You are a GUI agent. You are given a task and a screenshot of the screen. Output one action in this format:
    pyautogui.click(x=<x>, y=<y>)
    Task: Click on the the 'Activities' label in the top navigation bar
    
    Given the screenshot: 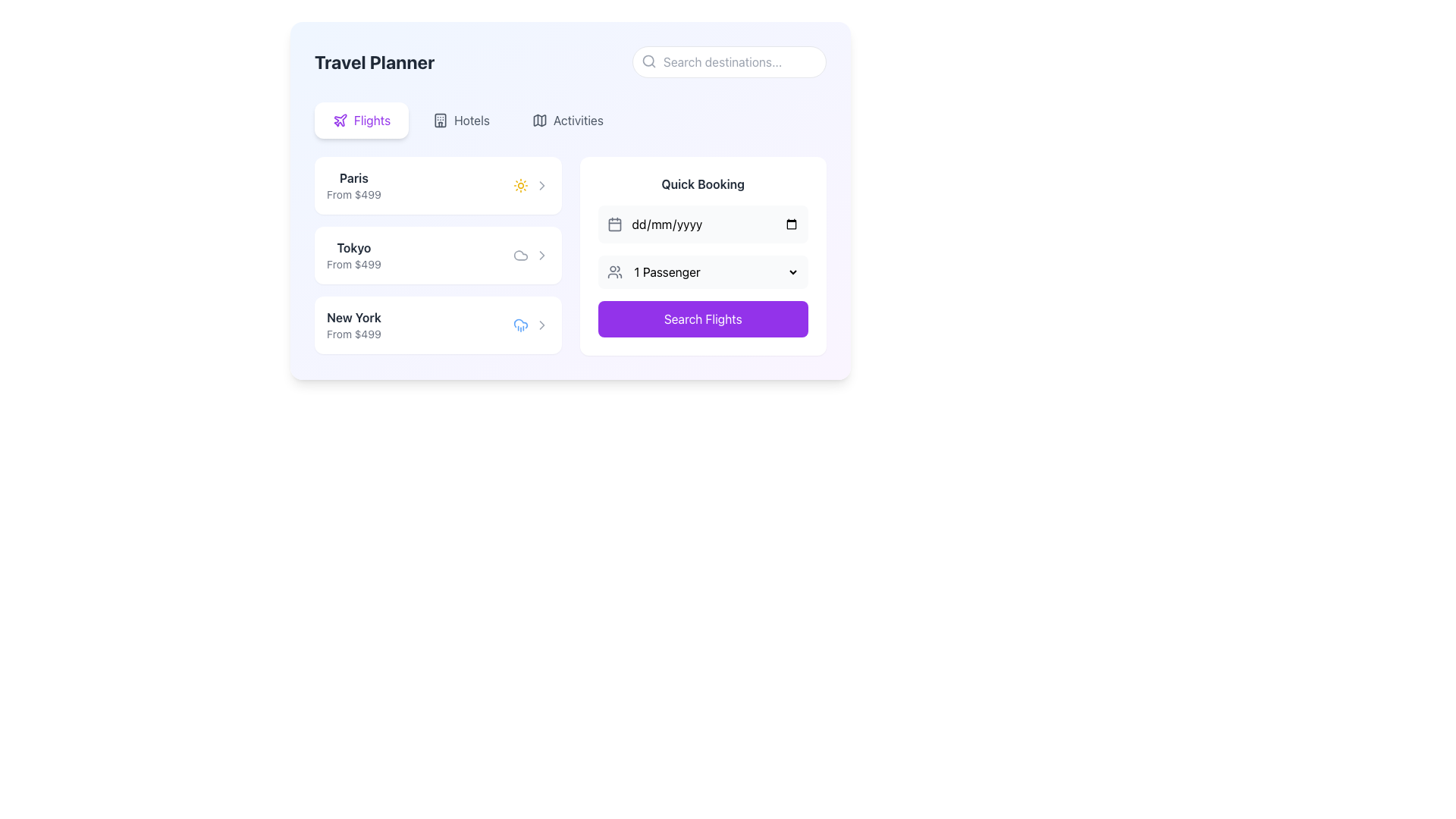 What is the action you would take?
    pyautogui.click(x=577, y=119)
    